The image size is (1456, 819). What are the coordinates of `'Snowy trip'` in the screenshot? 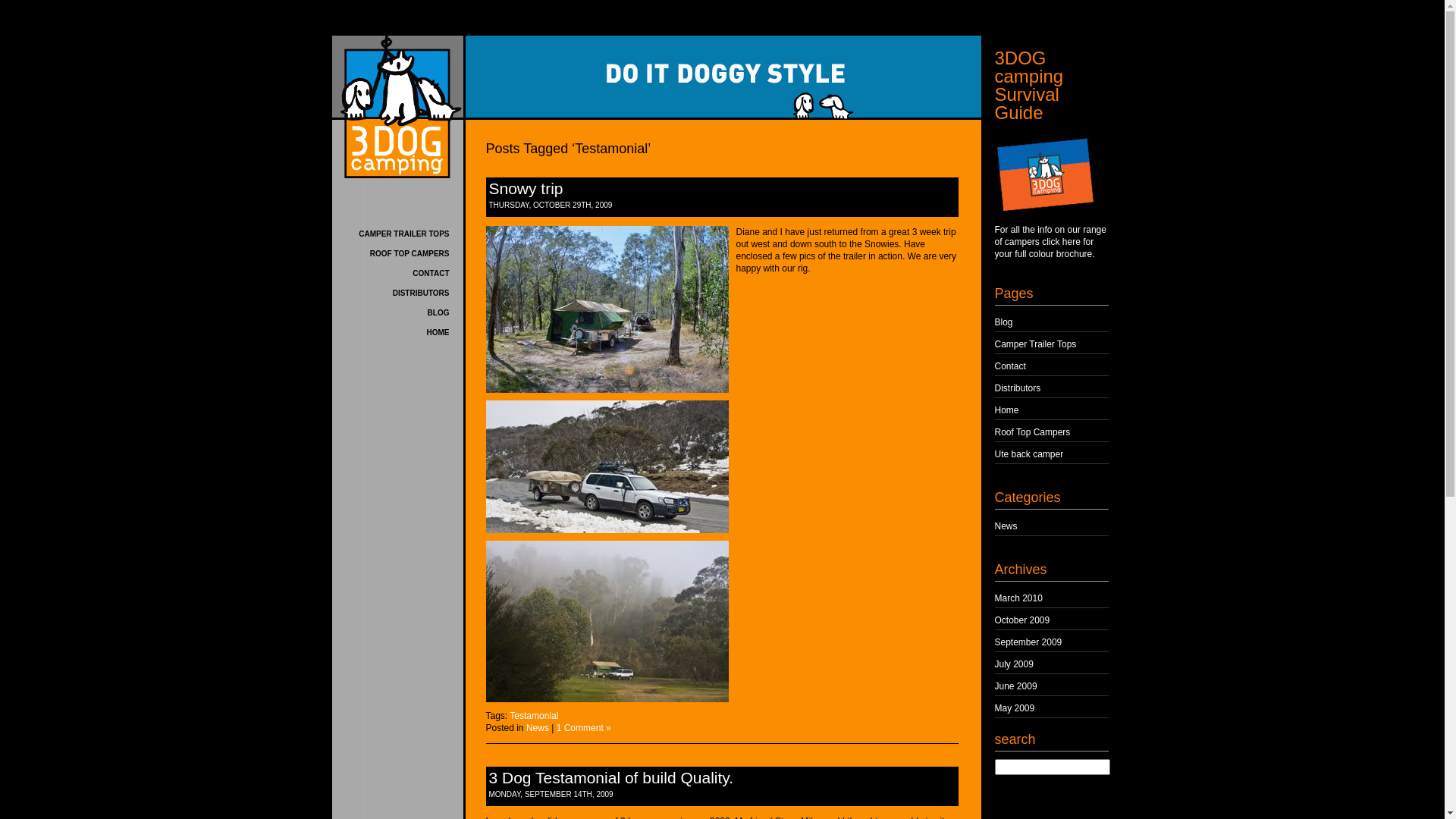 It's located at (488, 187).